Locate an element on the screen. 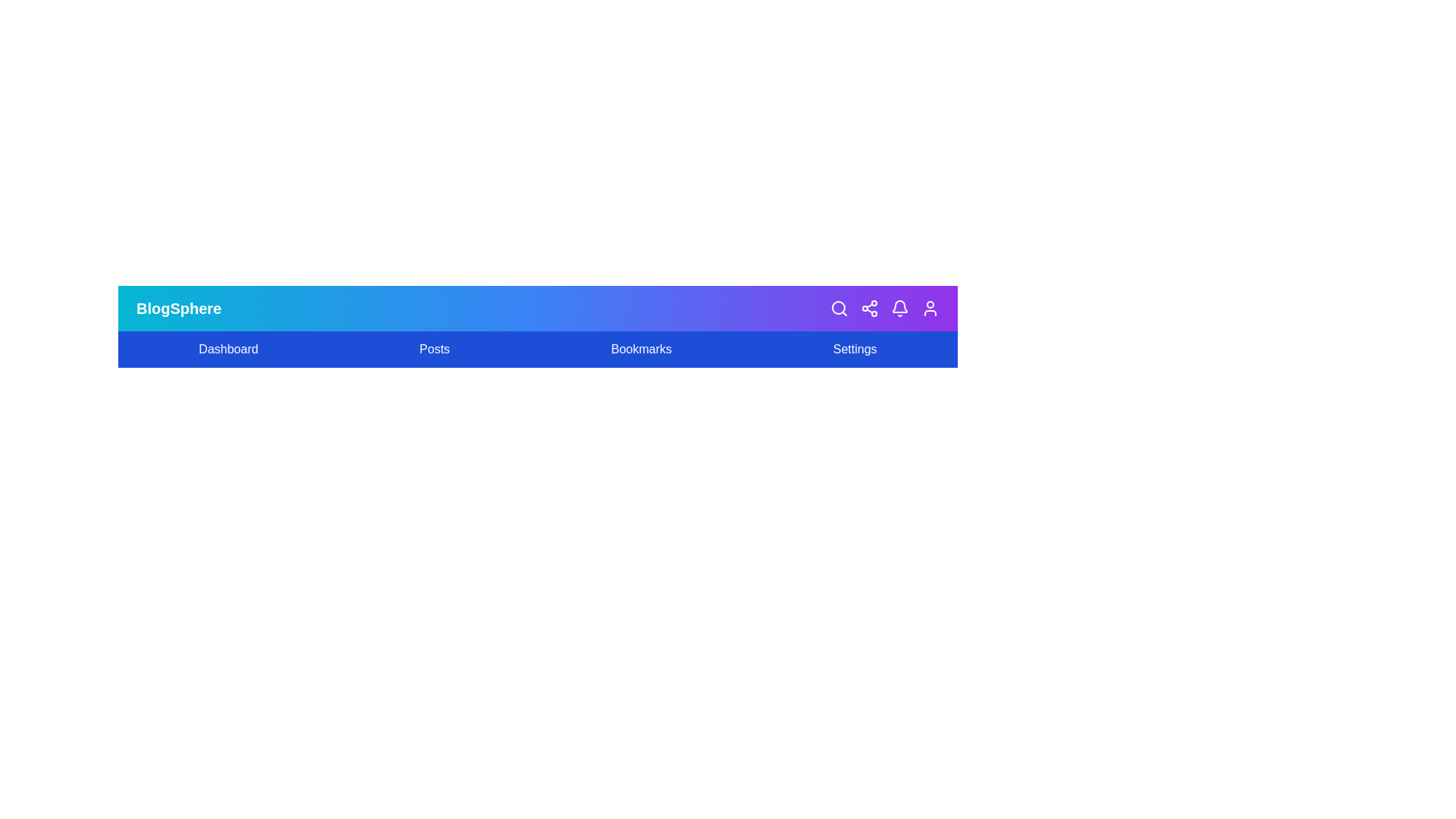  the 'Bookmarks' menu item to view bookmarks is located at coordinates (641, 350).